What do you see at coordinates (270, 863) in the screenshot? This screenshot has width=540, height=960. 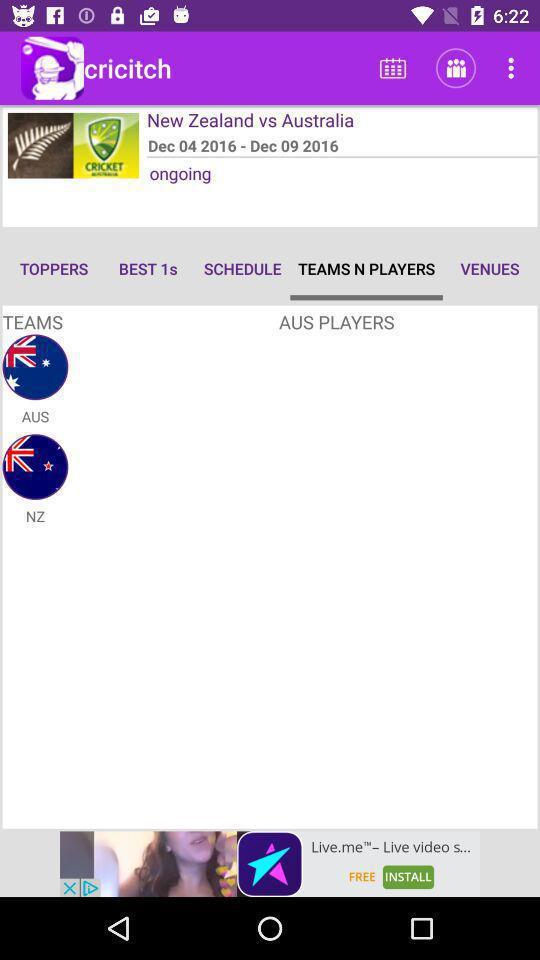 I see `install app` at bounding box center [270, 863].